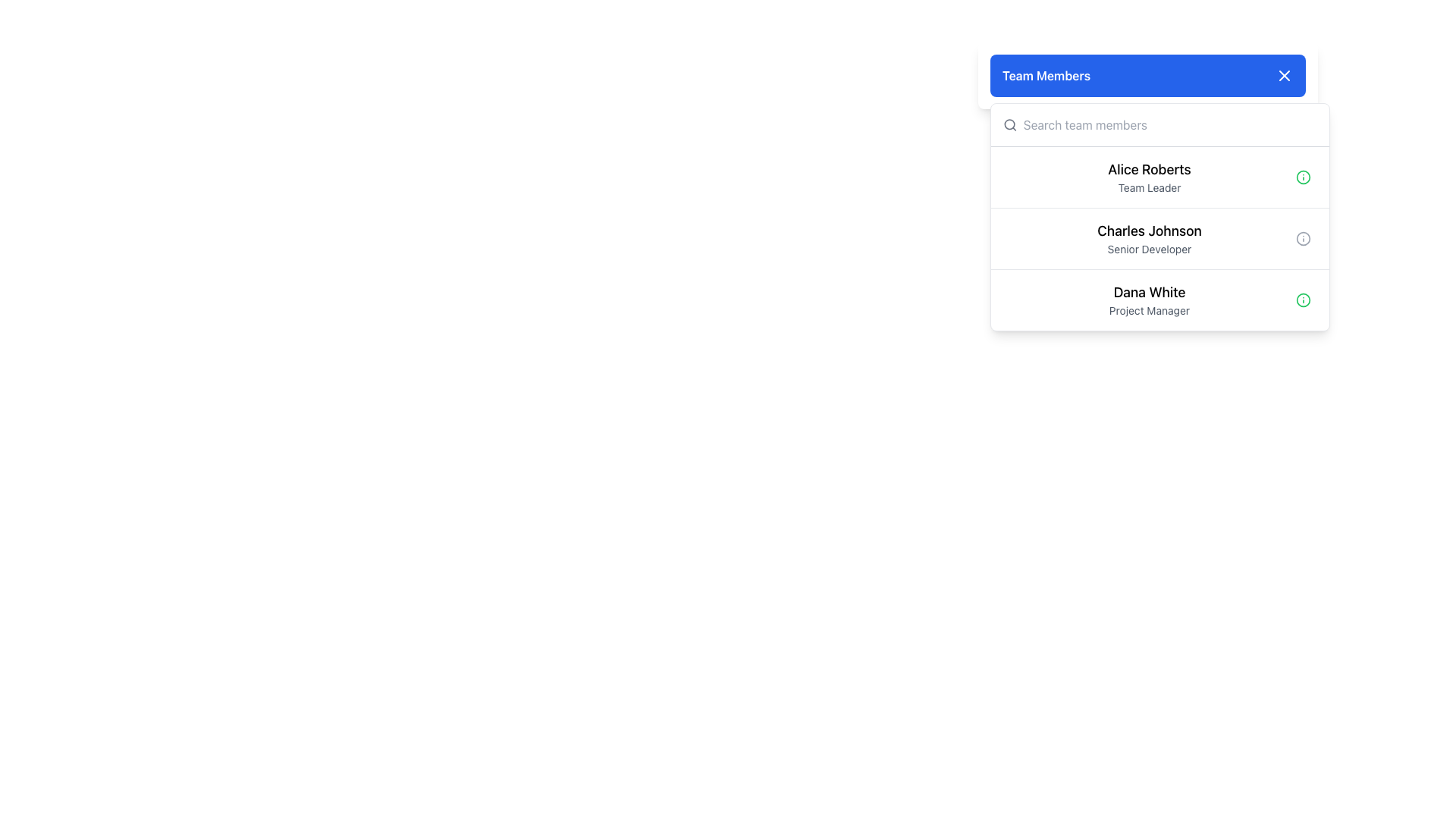 The image size is (1456, 819). Describe the element at coordinates (1150, 169) in the screenshot. I see `the text label displaying 'Alice Roberts', which is emphasized as a header under 'Team Members'` at that location.